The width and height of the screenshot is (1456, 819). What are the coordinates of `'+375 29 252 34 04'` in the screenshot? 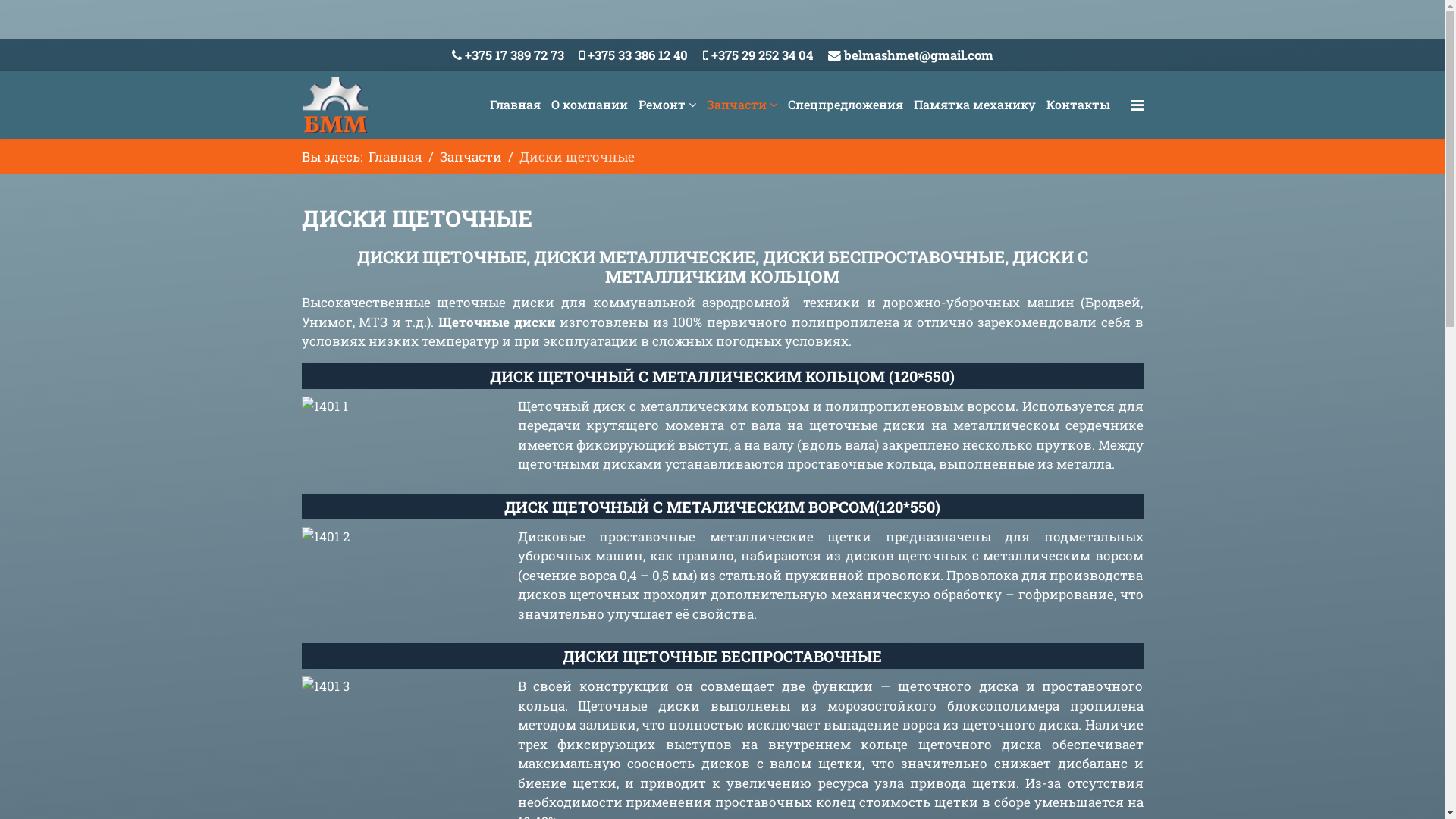 It's located at (761, 54).